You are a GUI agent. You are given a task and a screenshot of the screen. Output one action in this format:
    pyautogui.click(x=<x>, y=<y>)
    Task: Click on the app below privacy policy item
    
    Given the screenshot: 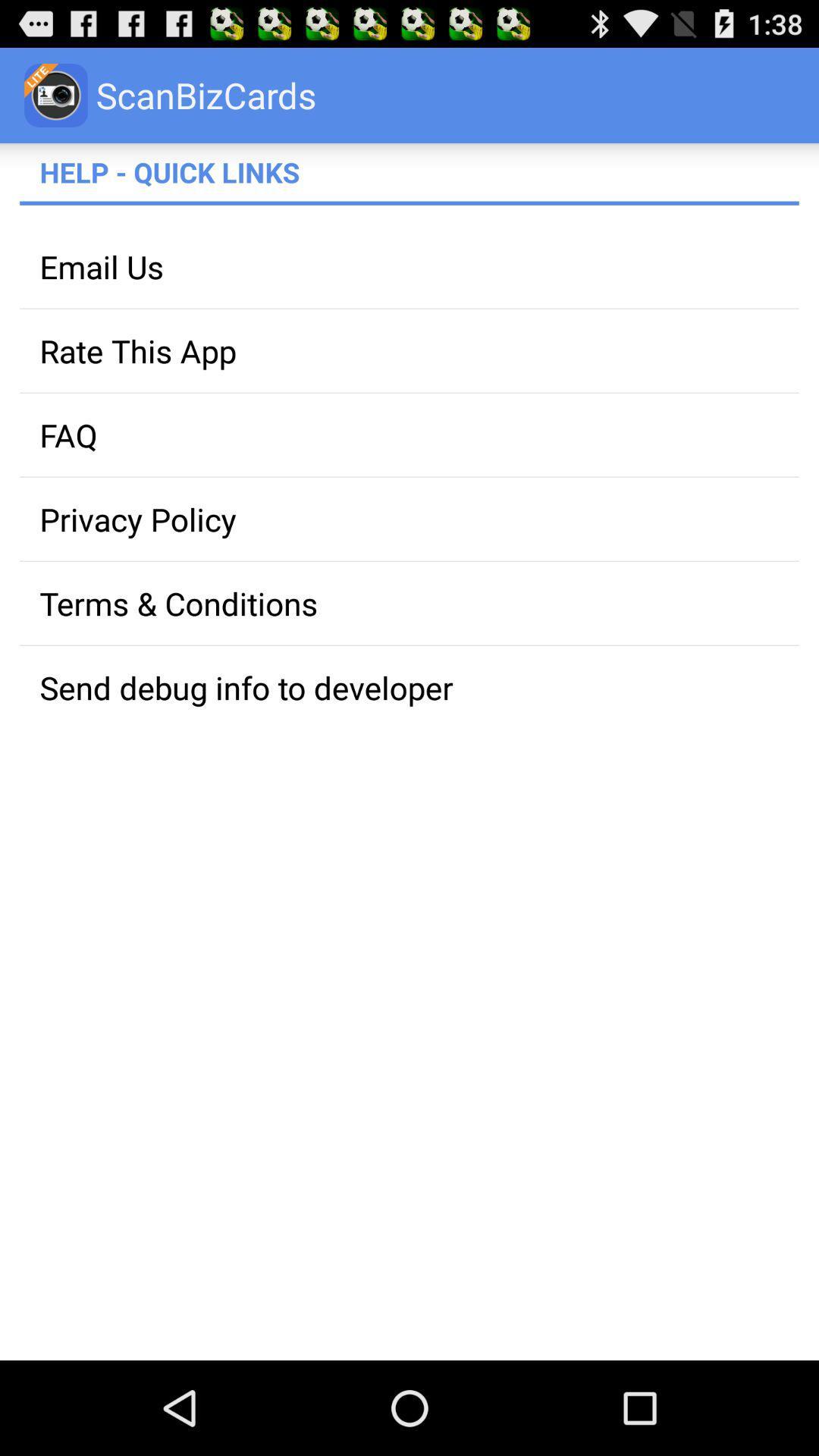 What is the action you would take?
    pyautogui.click(x=409, y=602)
    